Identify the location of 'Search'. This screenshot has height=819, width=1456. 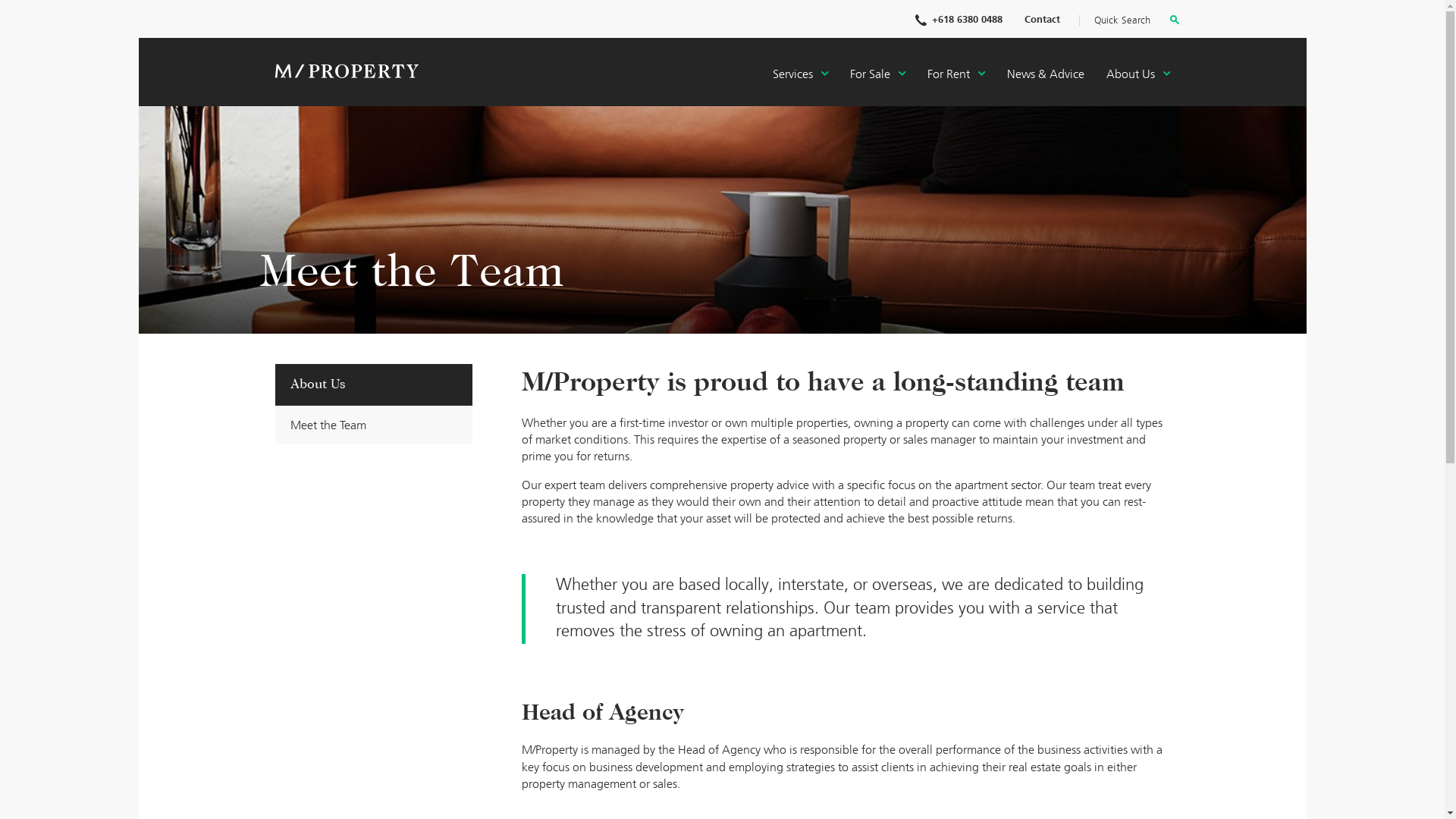
(1172, 22).